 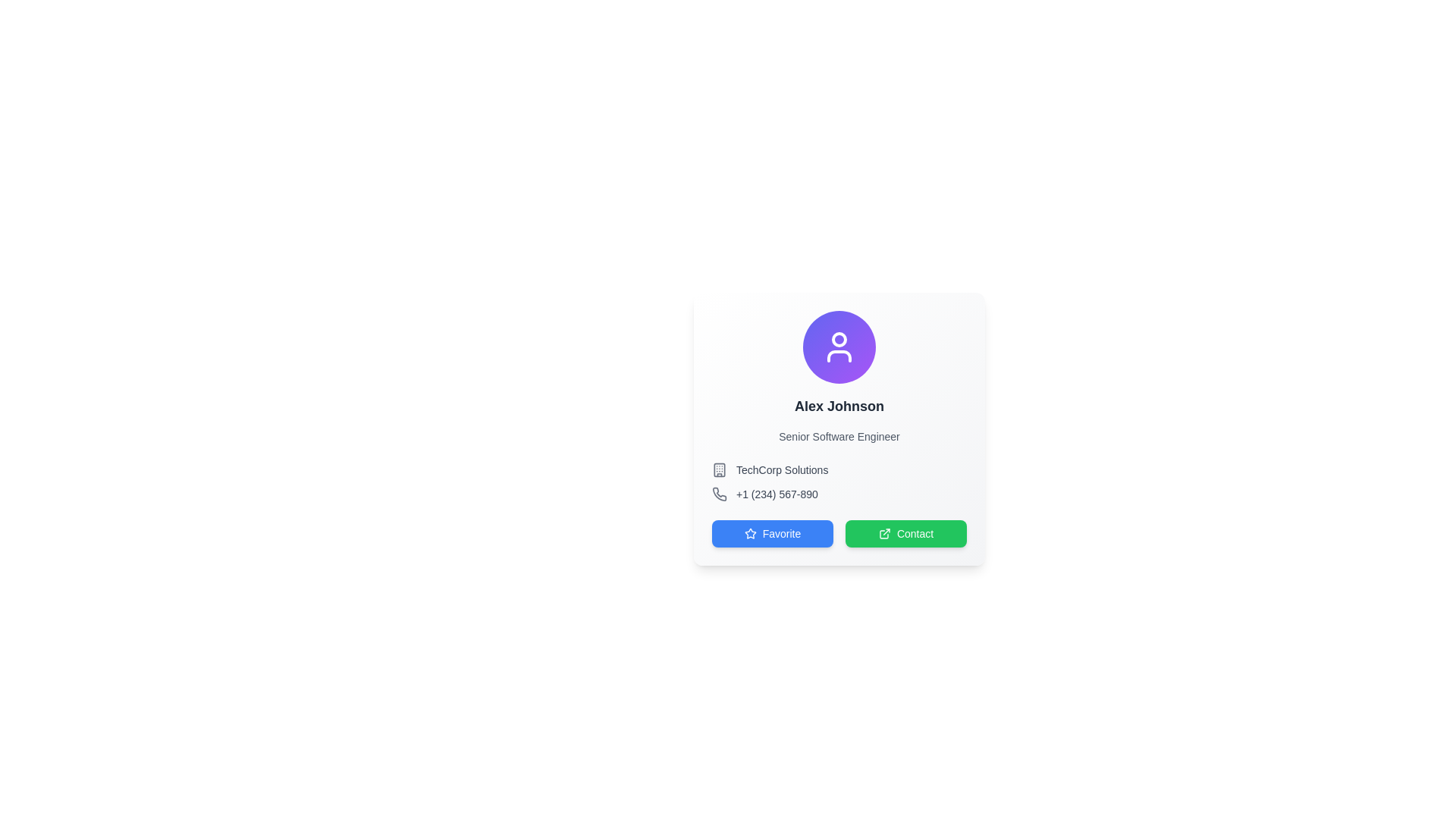 What do you see at coordinates (750, 532) in the screenshot?
I see `the star-shaped icon with a blue outline located to the left of the 'Favorite' button in the lower left section of the interface` at bounding box center [750, 532].